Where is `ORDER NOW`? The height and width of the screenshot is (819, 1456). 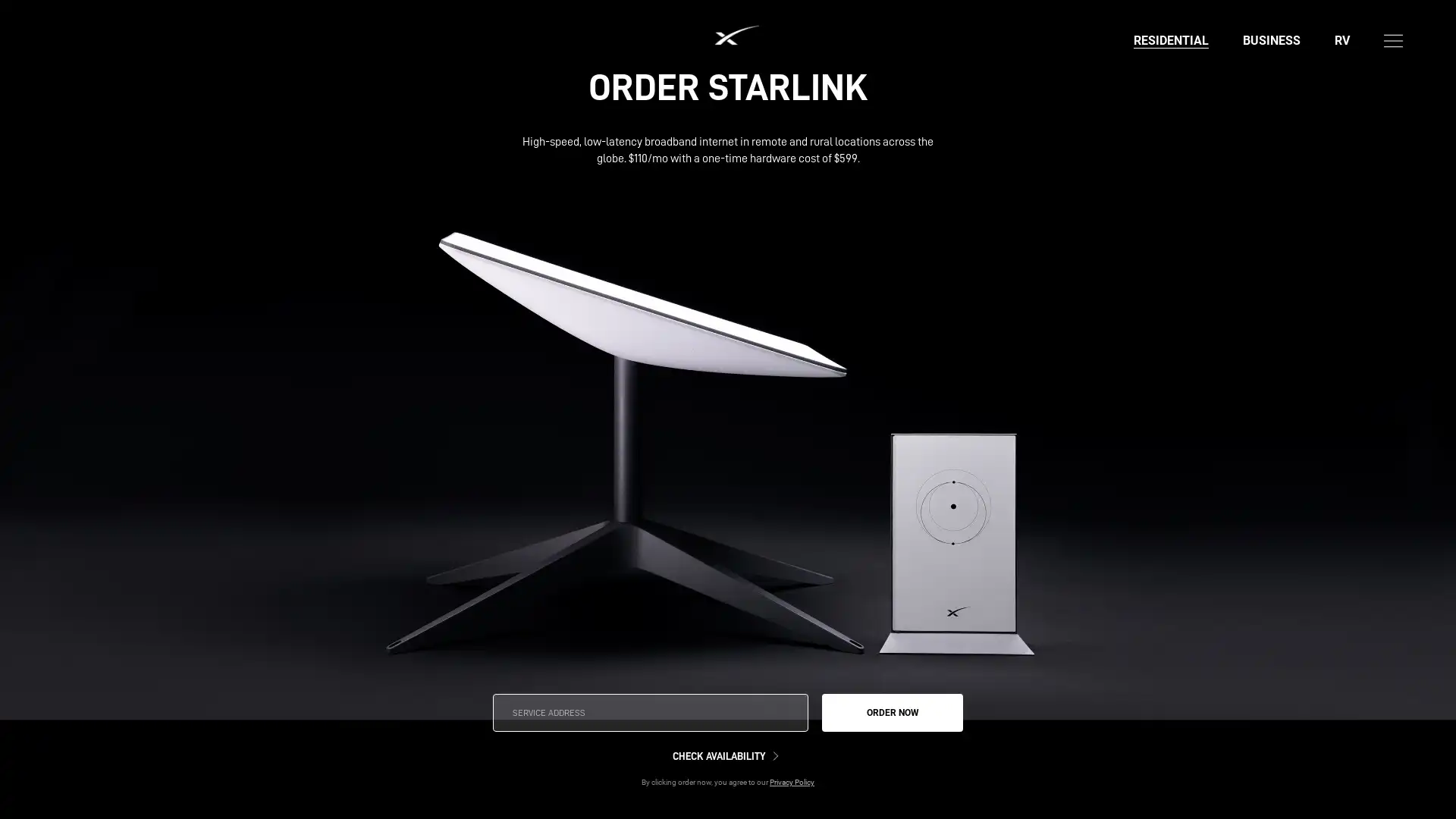
ORDER NOW is located at coordinates (892, 713).